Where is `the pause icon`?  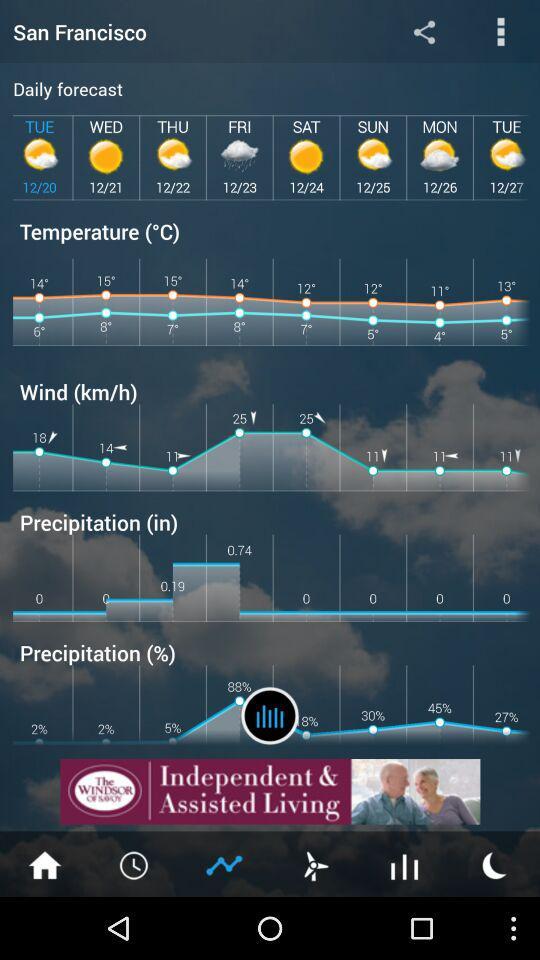
the pause icon is located at coordinates (270, 765).